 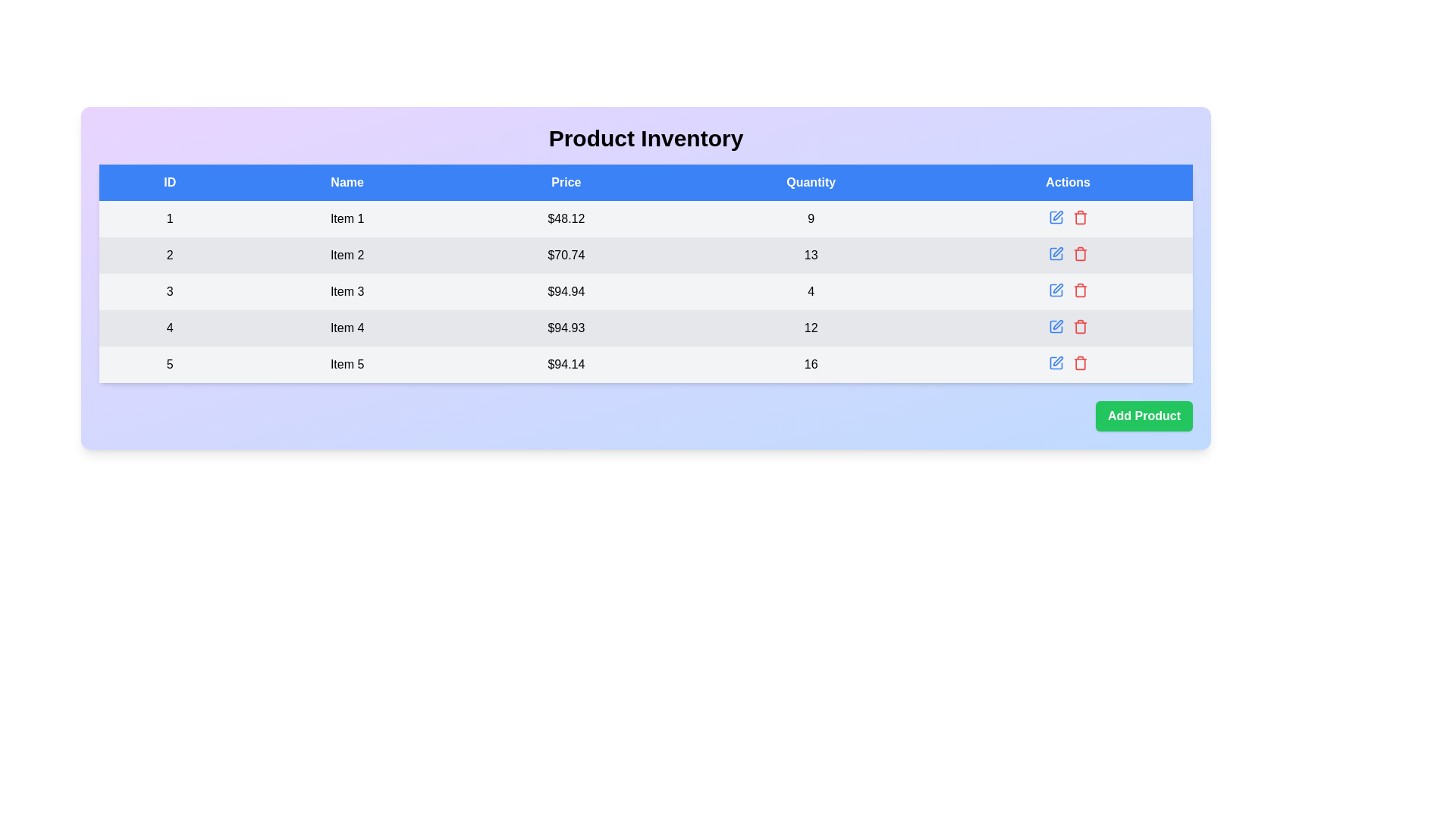 I want to click on the static text element displaying the numeral '5' in a bold black font, which is located in the leftmost column of the last row in a grid-like table, so click(x=170, y=365).